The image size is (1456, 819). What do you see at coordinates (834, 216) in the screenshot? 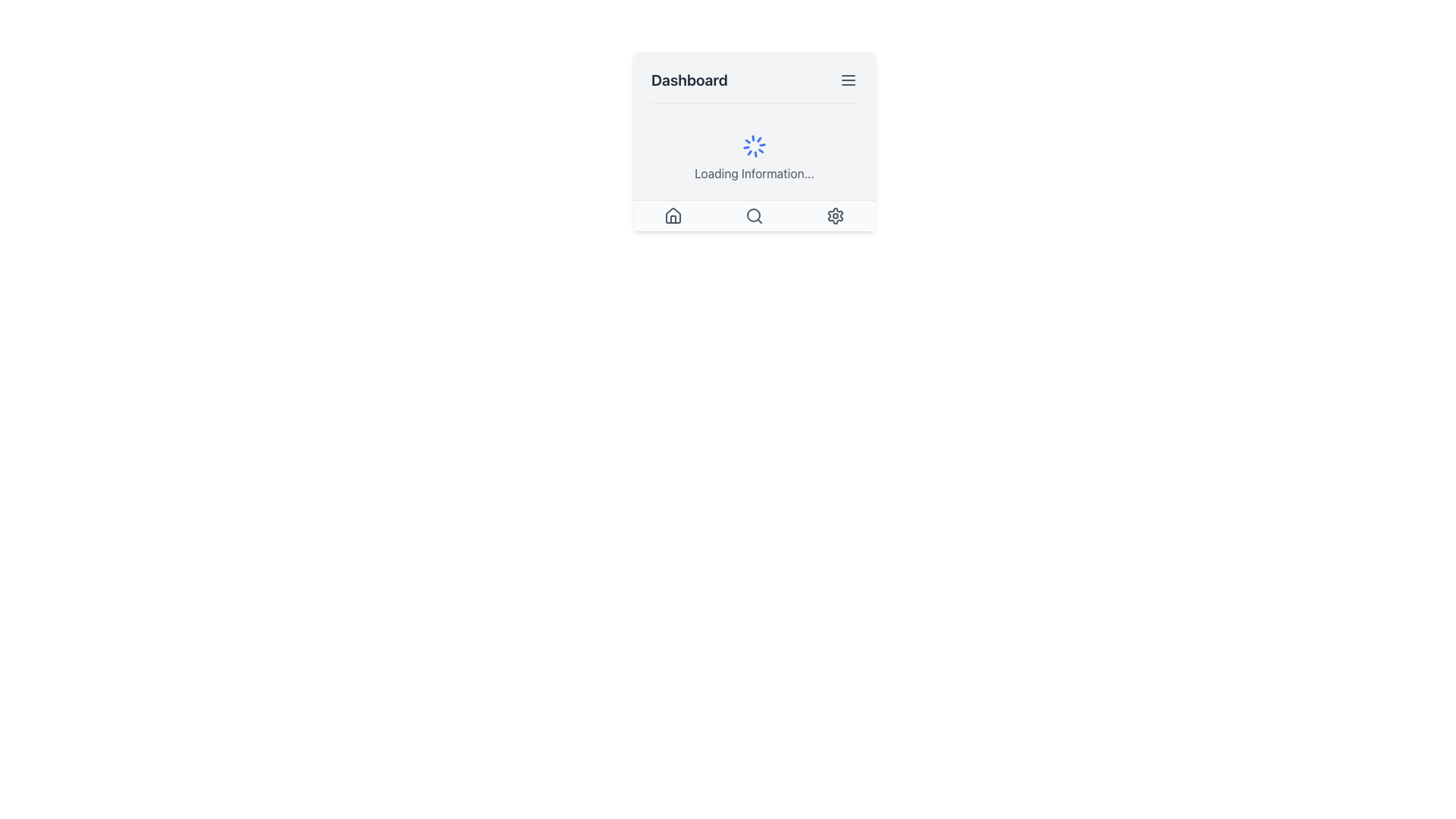
I see `the settings icon located on the far-right side of the navigation bar at the bottom of the card-like section` at bounding box center [834, 216].